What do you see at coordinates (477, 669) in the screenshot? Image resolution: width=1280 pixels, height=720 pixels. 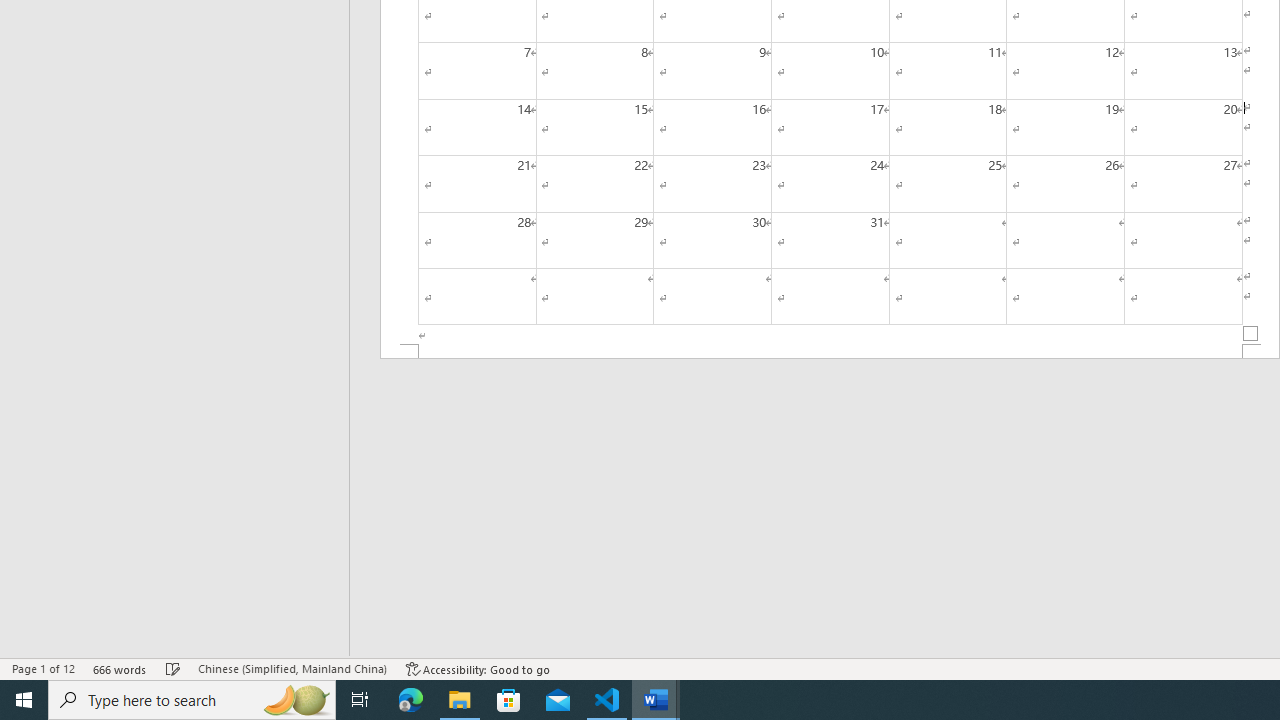 I see `'Accessibility Checker Accessibility: Good to go'` at bounding box center [477, 669].